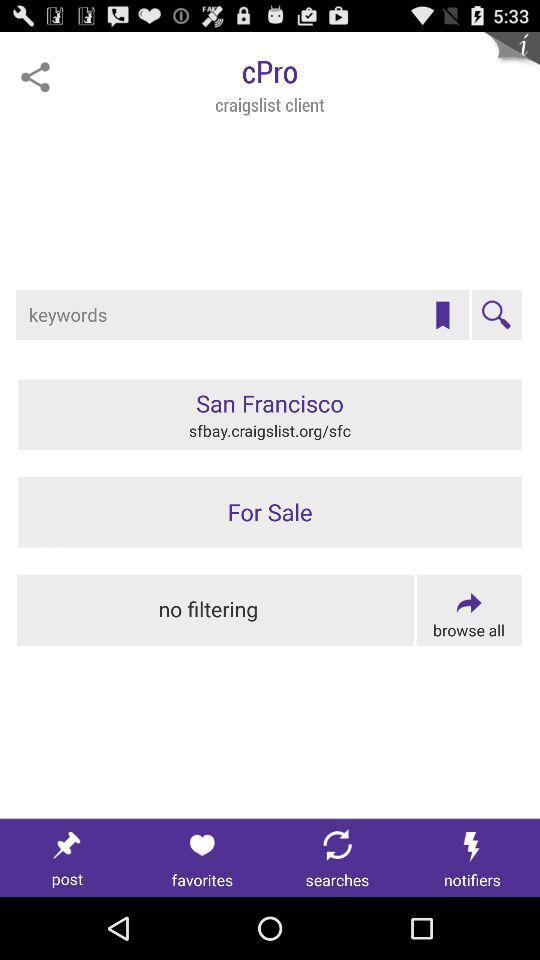  Describe the element at coordinates (214, 609) in the screenshot. I see `remove search filters` at that location.